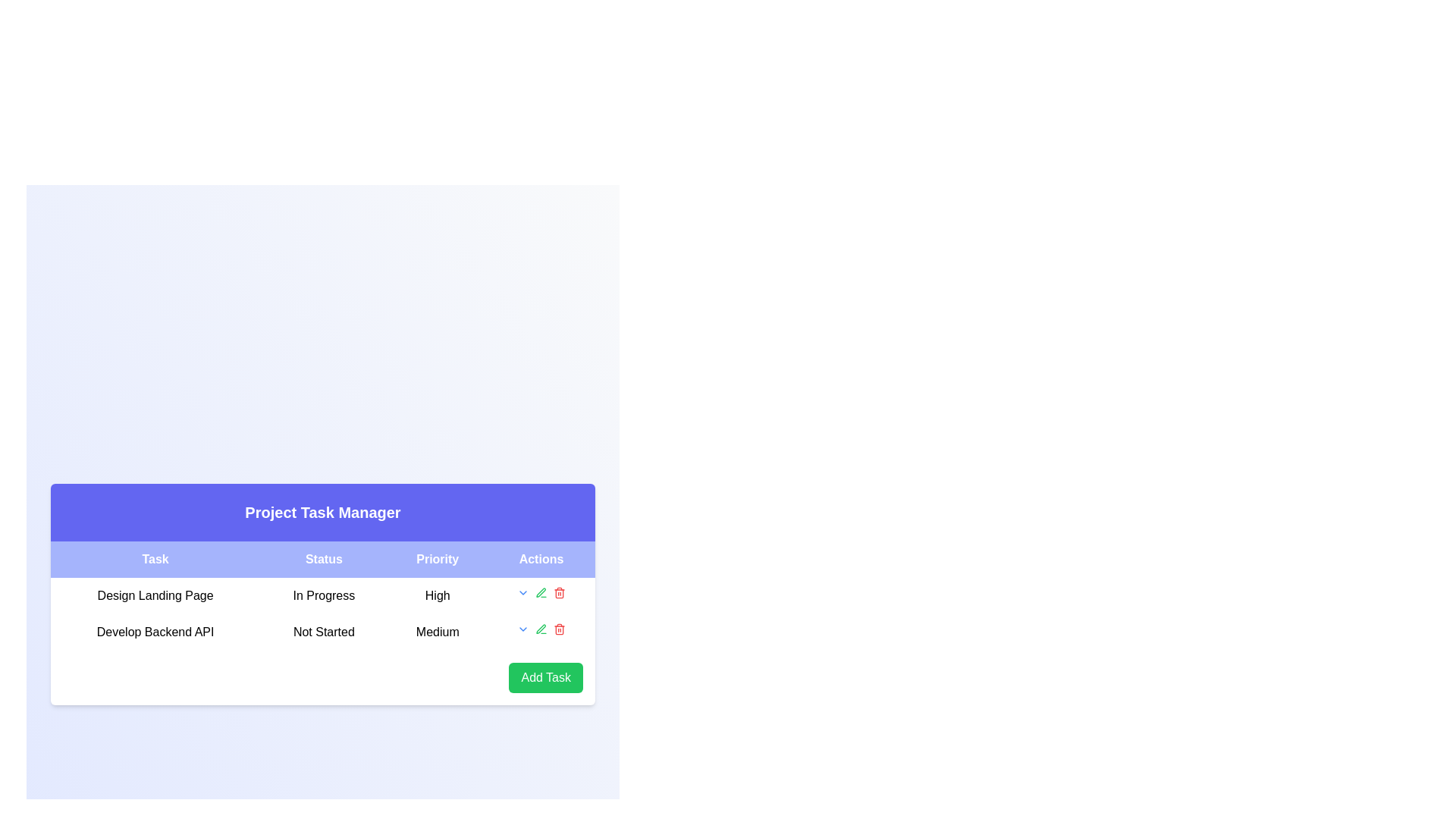 The height and width of the screenshot is (819, 1456). I want to click on the header bar with the bold text 'Project Task Manager' that has an indigo background and white text, so click(322, 512).